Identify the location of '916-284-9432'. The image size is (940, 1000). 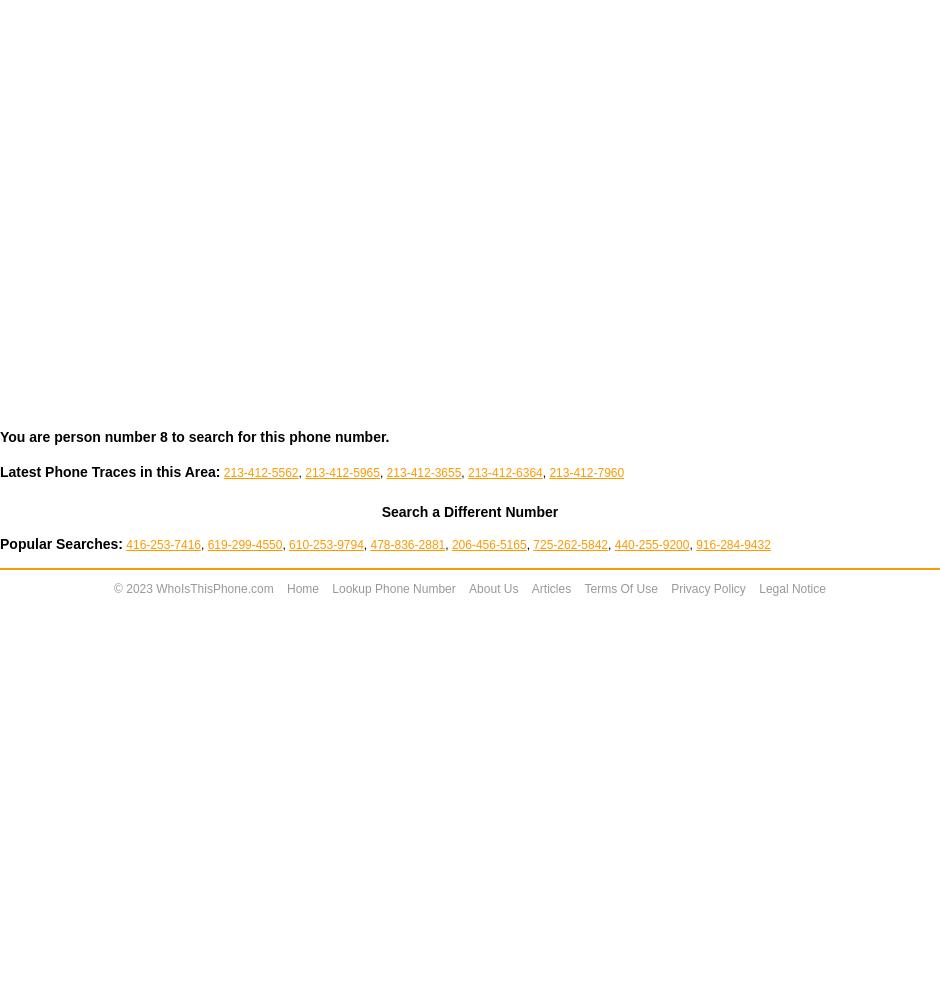
(733, 545).